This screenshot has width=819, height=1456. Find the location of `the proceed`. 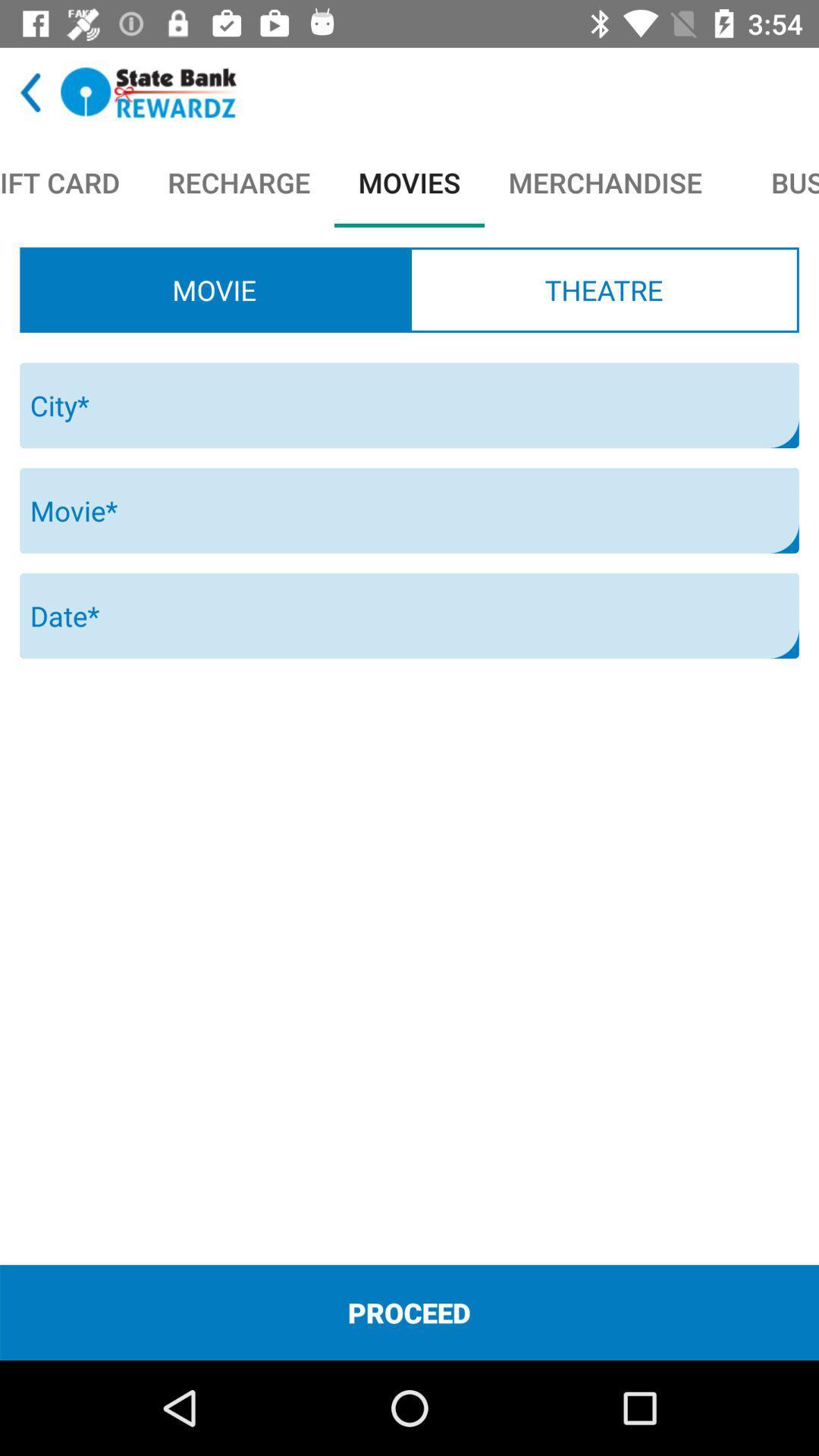

the proceed is located at coordinates (409, 1312).